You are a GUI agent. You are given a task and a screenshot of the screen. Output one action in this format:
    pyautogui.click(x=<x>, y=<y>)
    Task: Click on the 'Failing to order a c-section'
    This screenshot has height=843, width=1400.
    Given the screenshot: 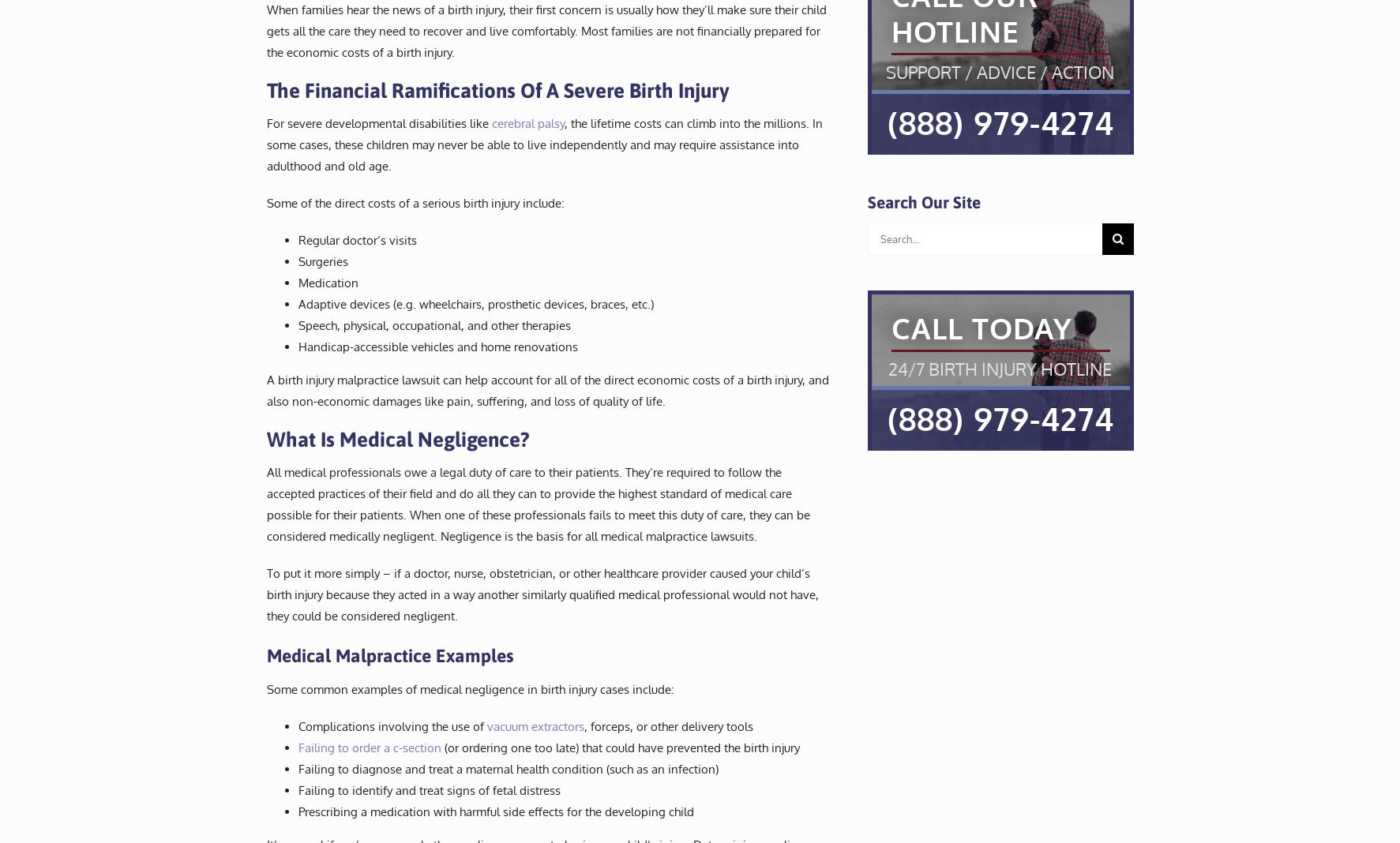 What is the action you would take?
    pyautogui.click(x=368, y=747)
    